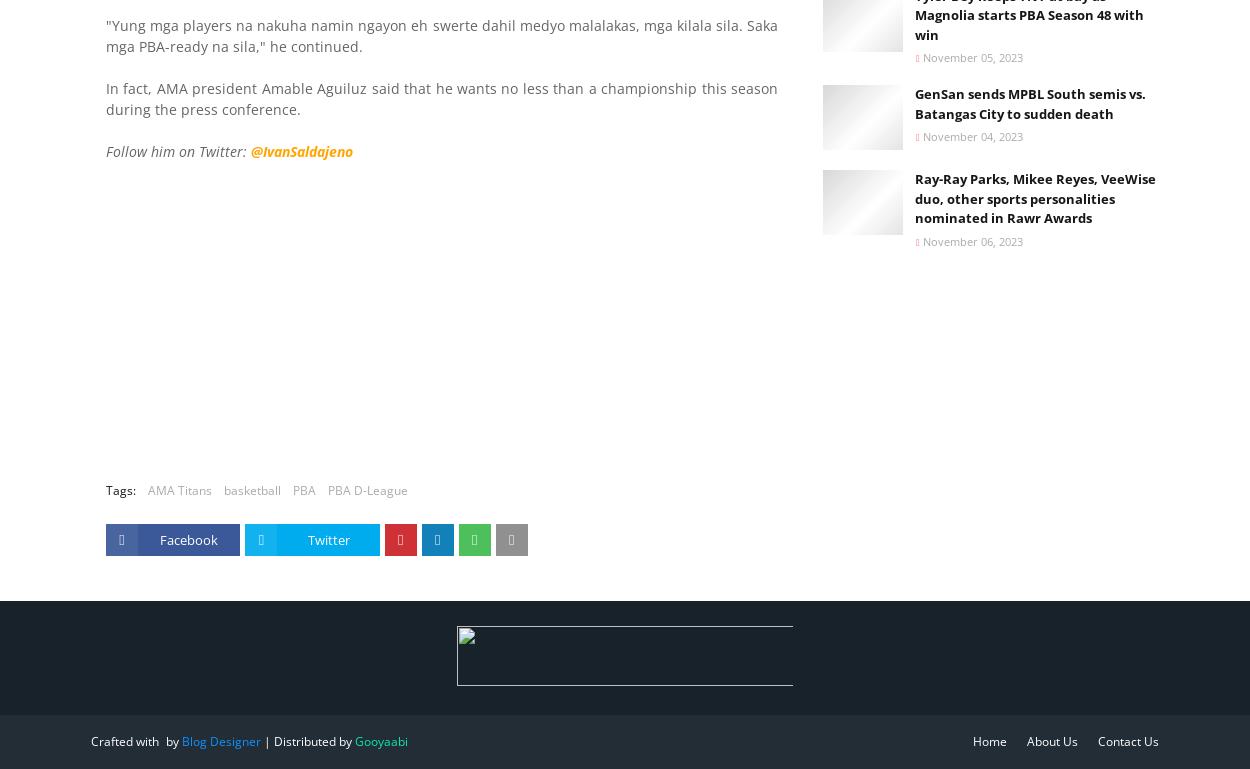  I want to click on 'Blog Designer', so click(182, 740).